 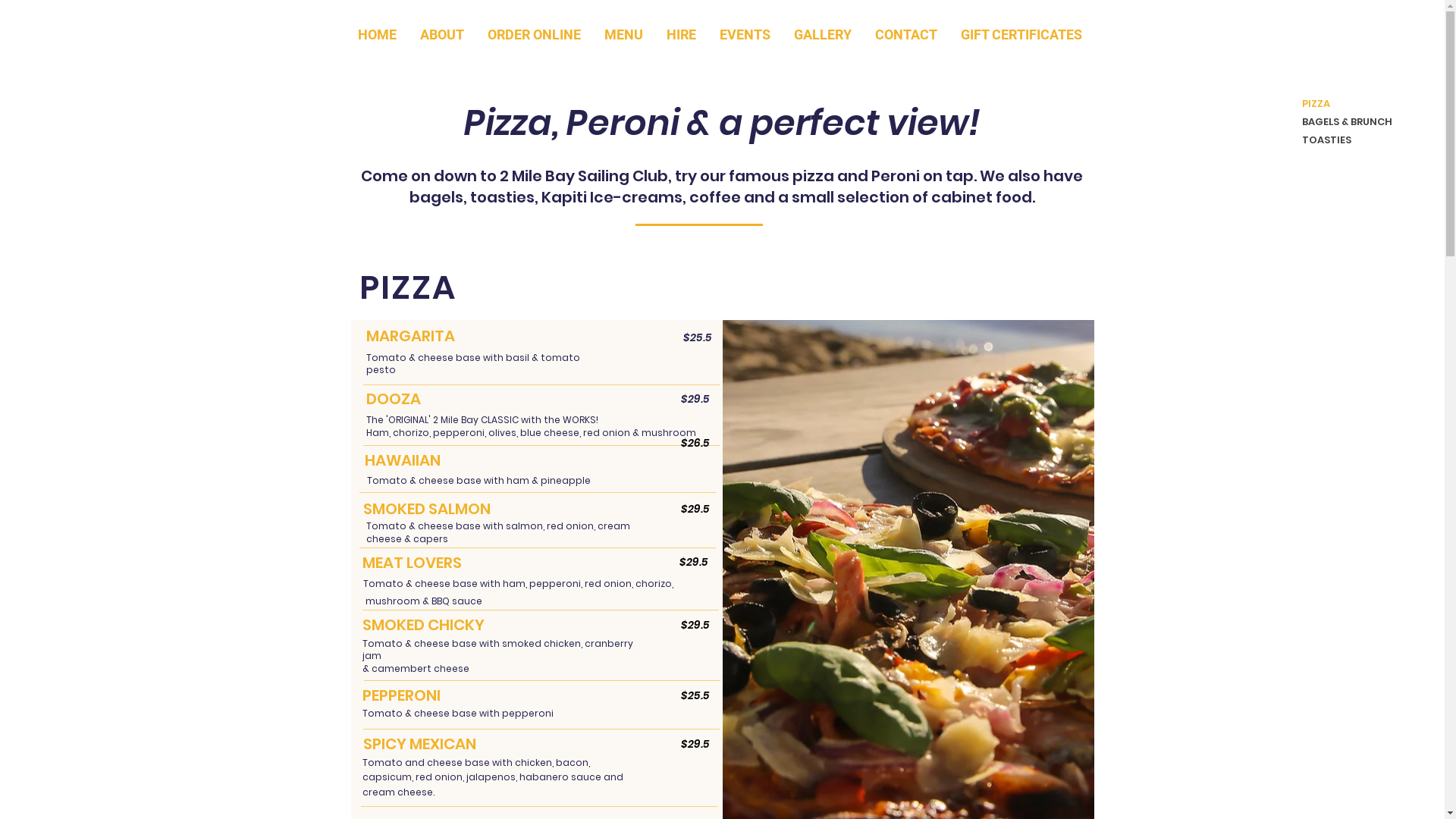 I want to click on 'GIFT CERTIFICATES', so click(x=1021, y=34).